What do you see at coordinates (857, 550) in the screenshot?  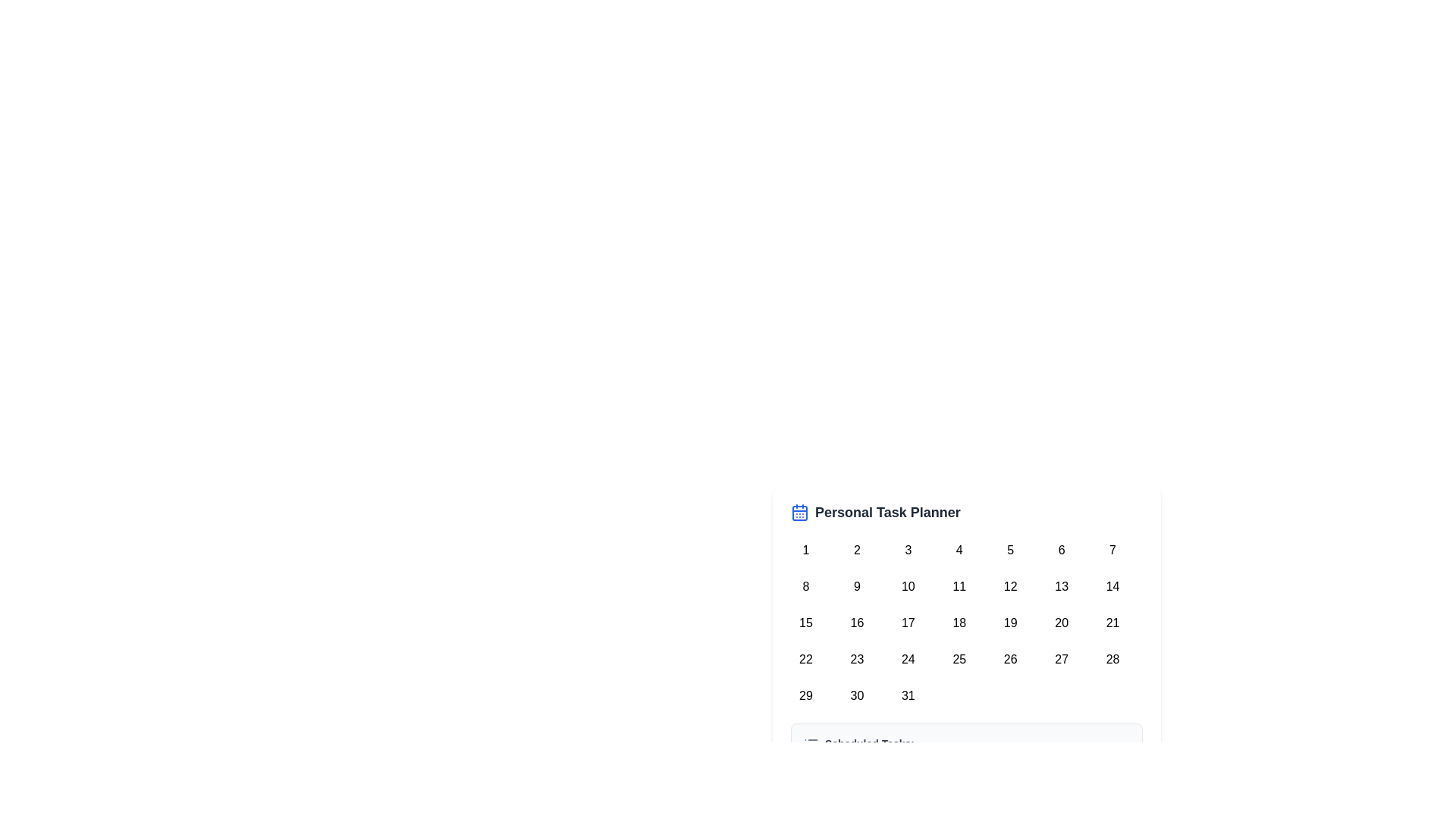 I see `the button representing the second day of the month in the calendar view, located in the first row of a 7-column grid under the 'Personal Task Planner' title` at bounding box center [857, 550].